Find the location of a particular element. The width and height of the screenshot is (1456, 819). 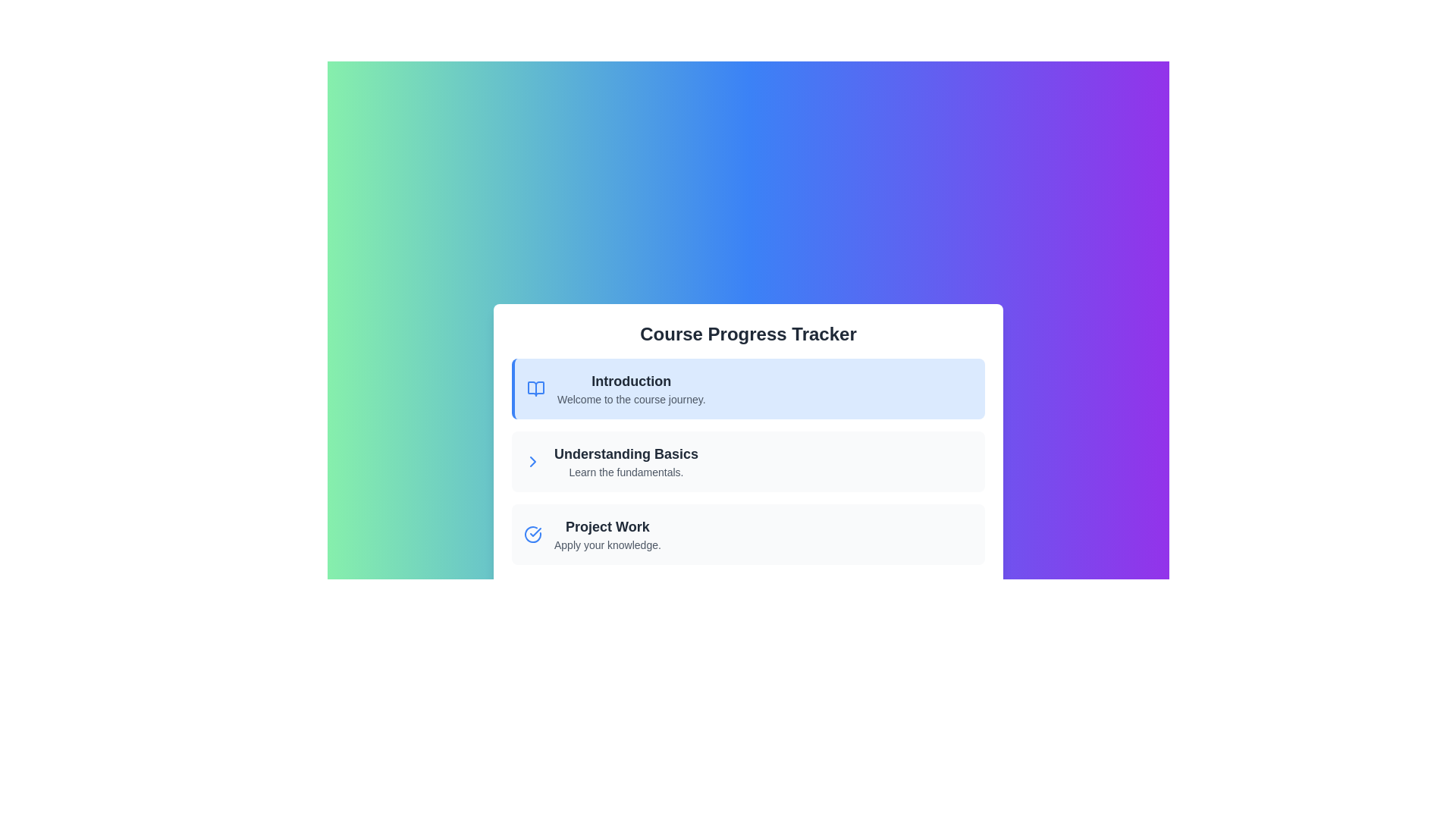

the second list item titled 'Understanding Basics' located under the 'Course Progress Tracker' header for accessibility purposes is located at coordinates (626, 461).